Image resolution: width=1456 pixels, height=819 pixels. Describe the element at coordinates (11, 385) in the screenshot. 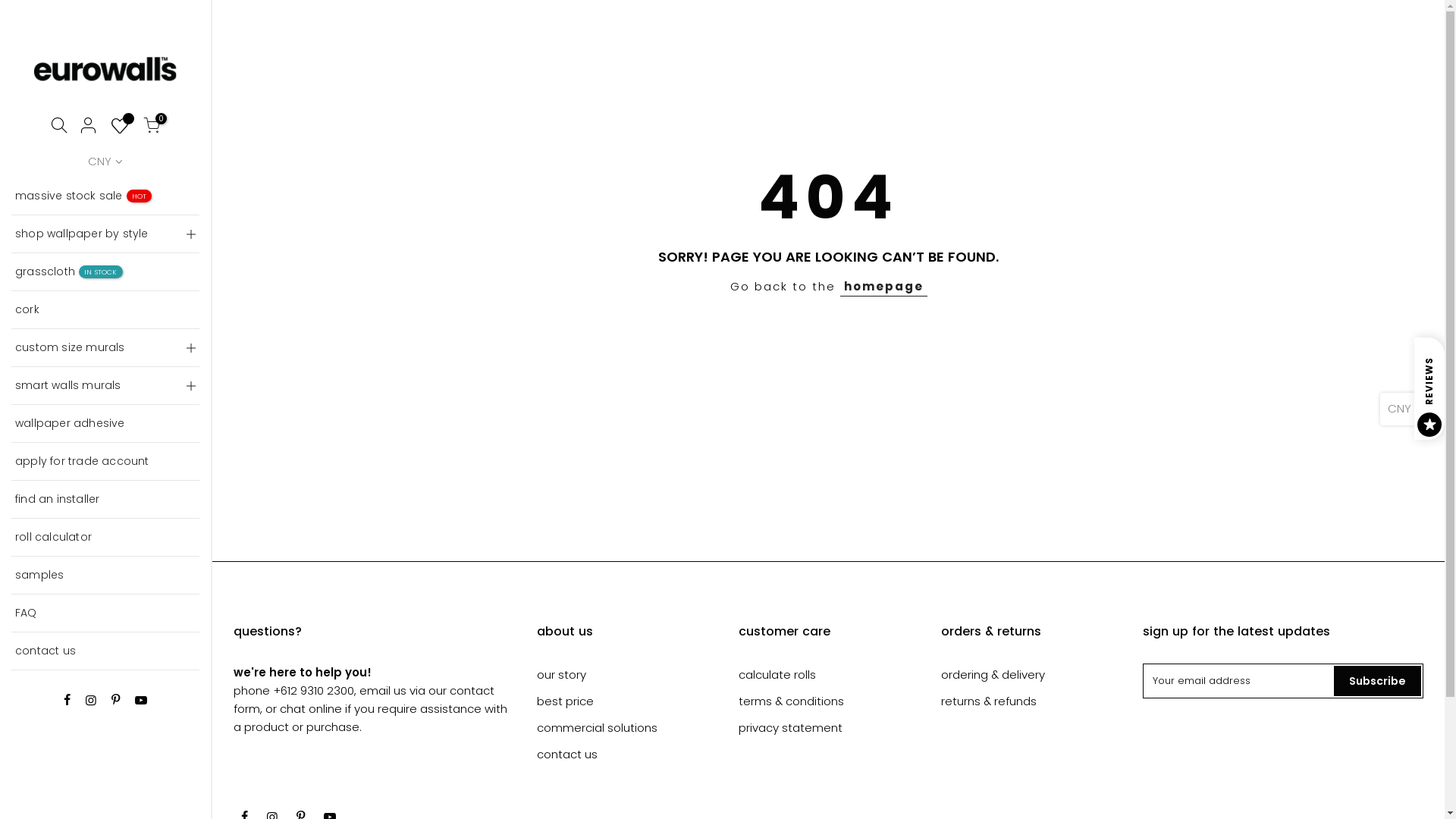

I see `'smart walls murals'` at that location.